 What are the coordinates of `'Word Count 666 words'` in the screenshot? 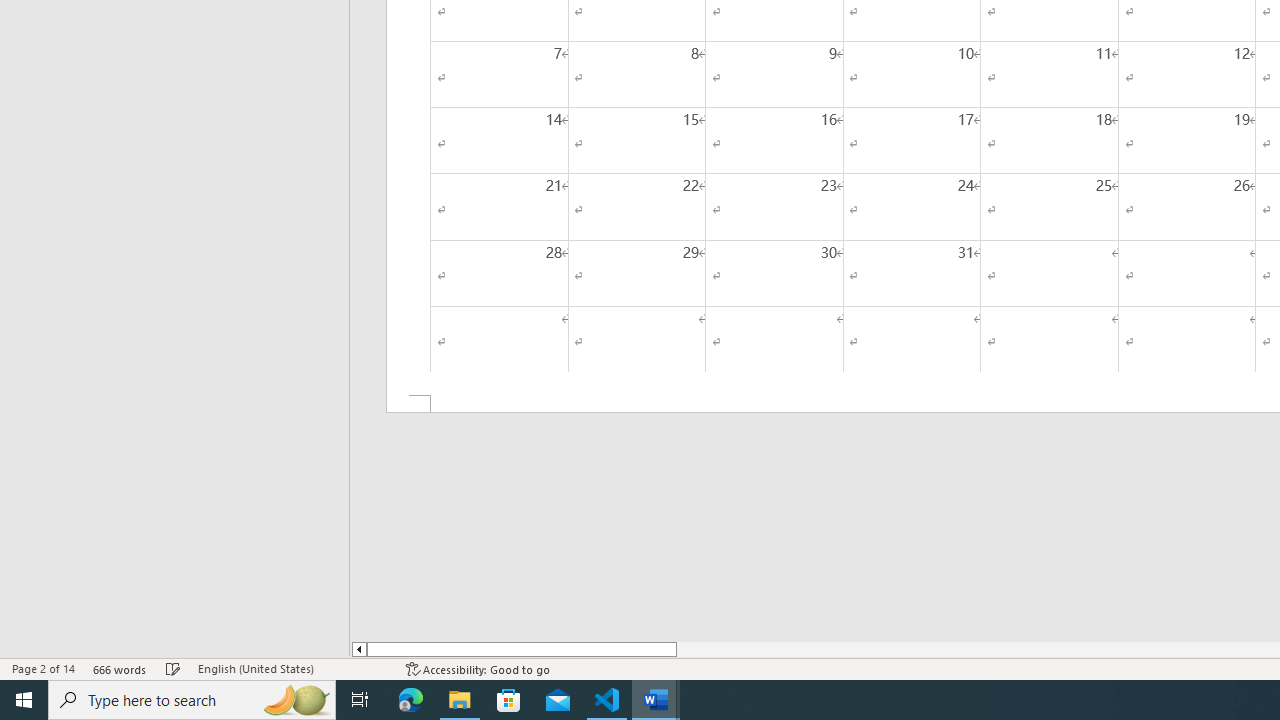 It's located at (119, 669).